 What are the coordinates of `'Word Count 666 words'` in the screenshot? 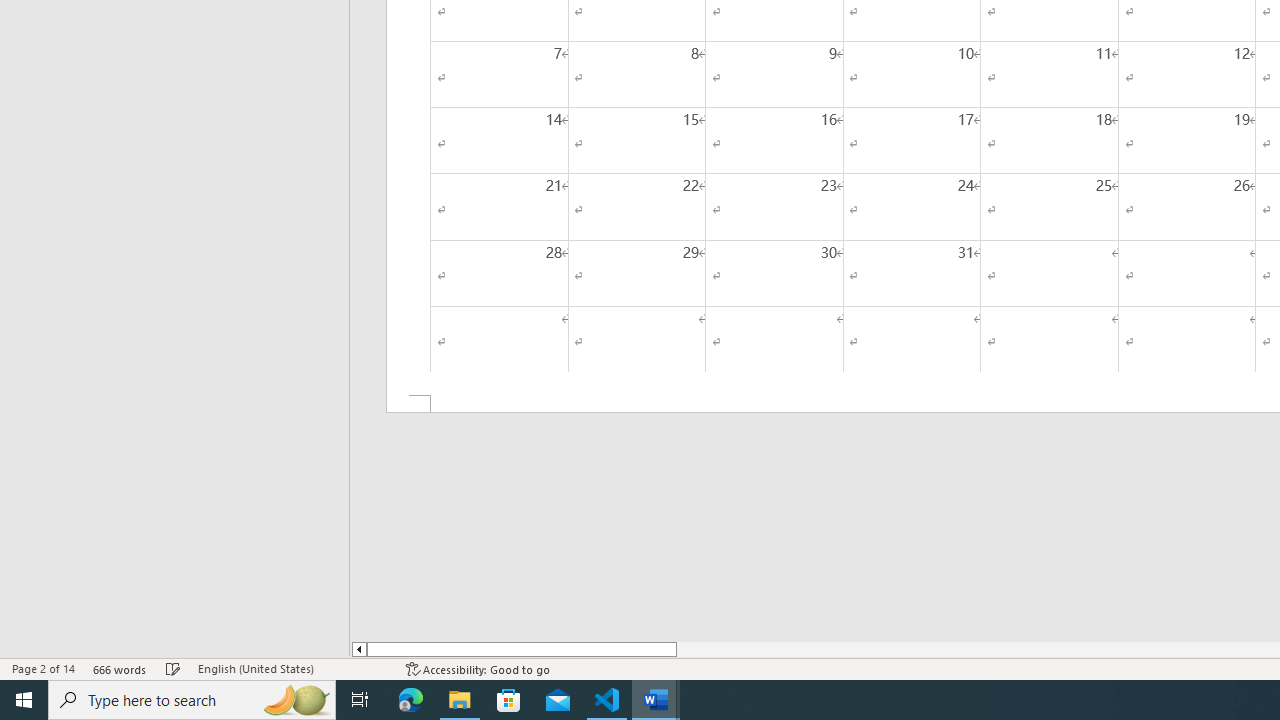 It's located at (119, 669).